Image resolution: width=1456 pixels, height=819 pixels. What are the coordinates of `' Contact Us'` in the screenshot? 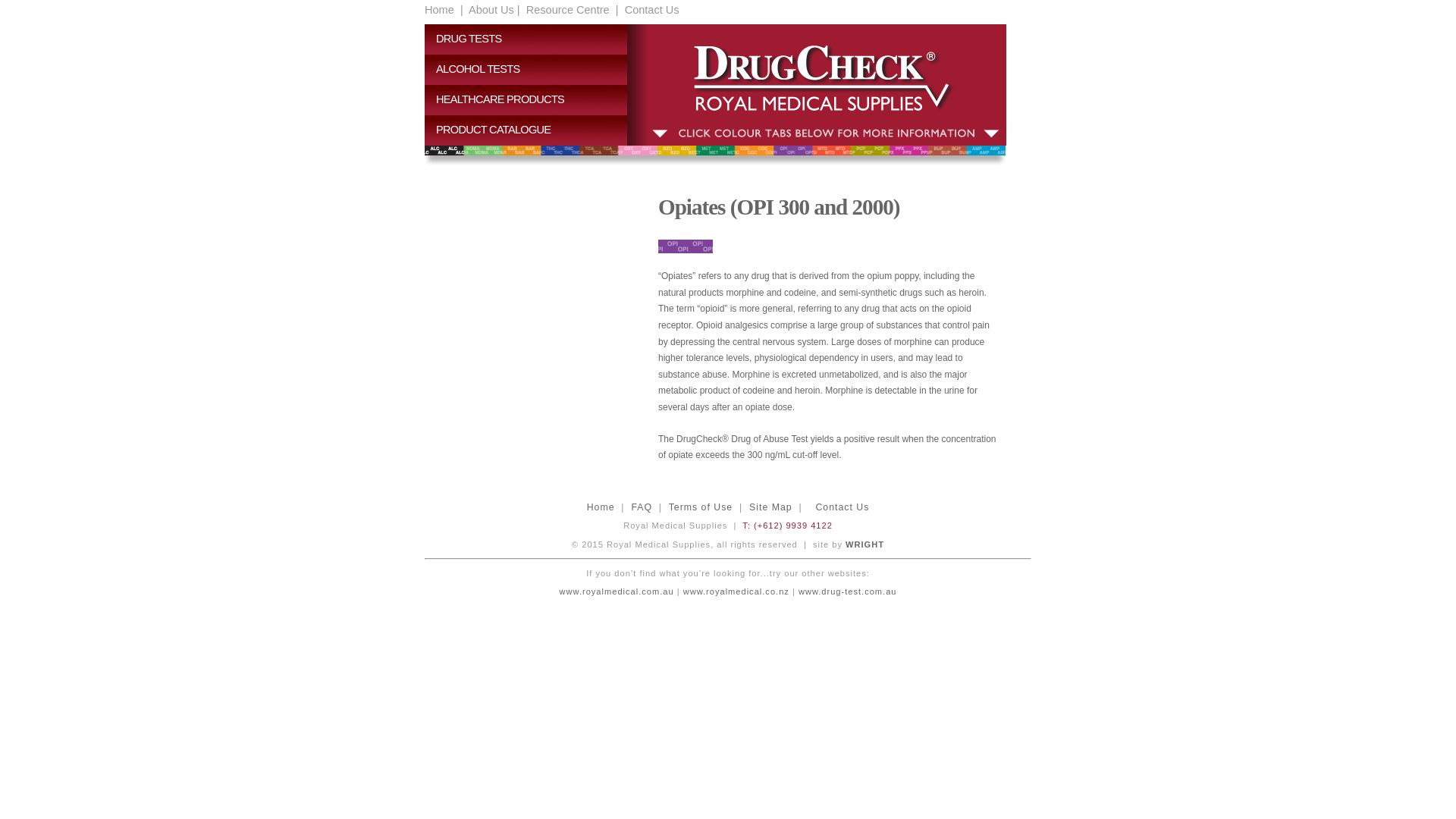 It's located at (651, 9).